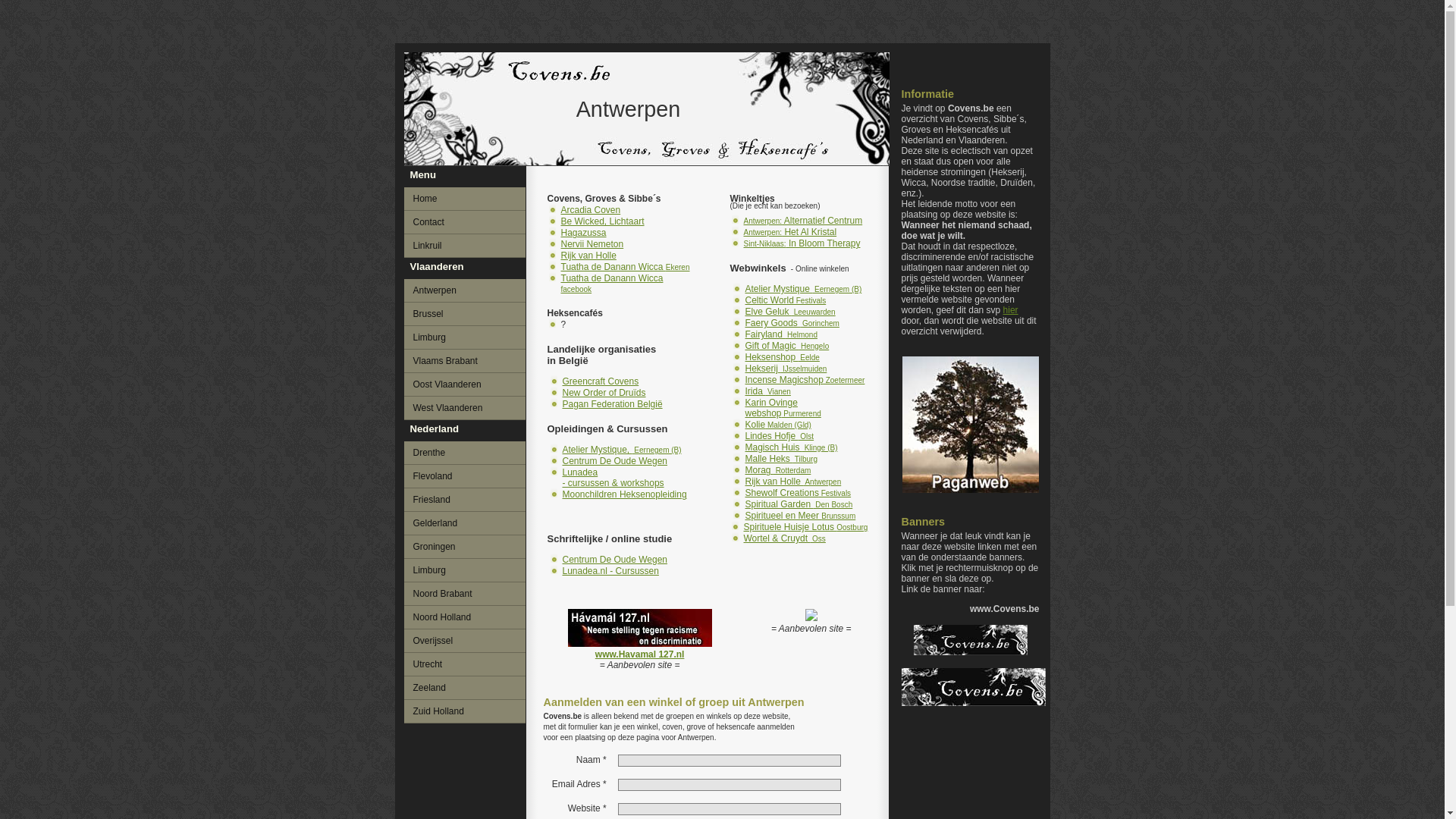 This screenshot has height=819, width=1456. What do you see at coordinates (803, 379) in the screenshot?
I see `'Incense Magicshop Zoetermeer'` at bounding box center [803, 379].